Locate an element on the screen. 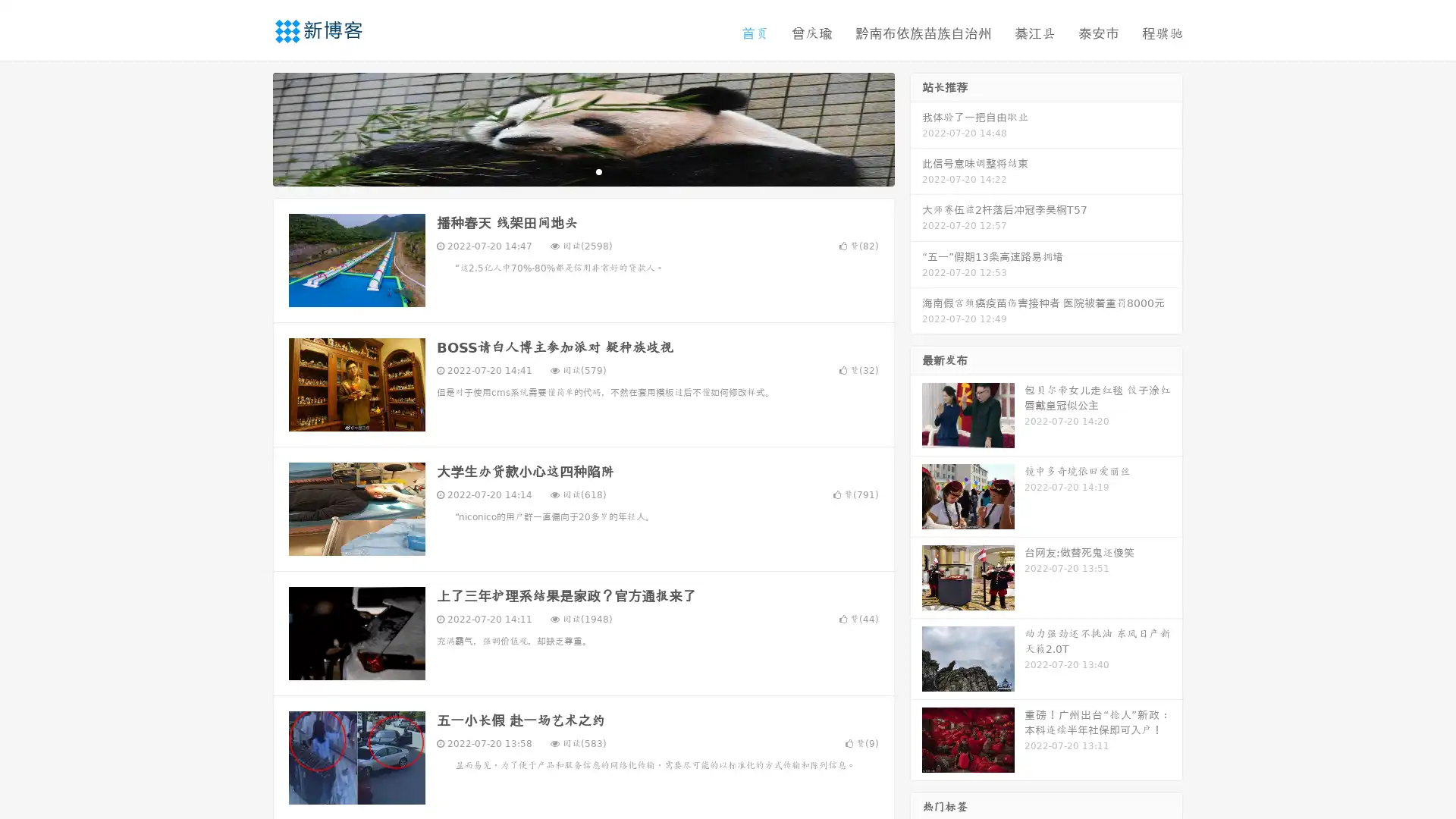  Previous slide is located at coordinates (250, 127).